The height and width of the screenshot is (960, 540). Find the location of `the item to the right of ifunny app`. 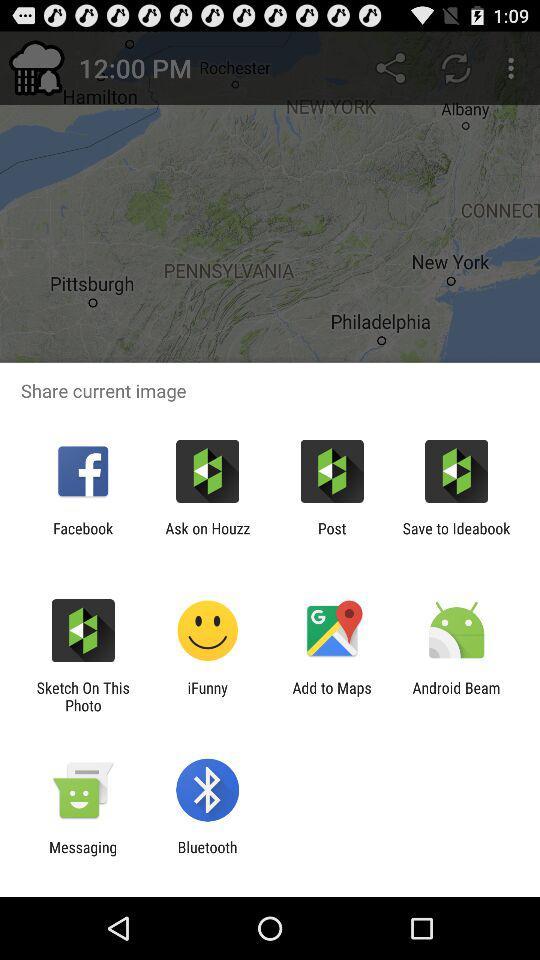

the item to the right of ifunny app is located at coordinates (332, 696).